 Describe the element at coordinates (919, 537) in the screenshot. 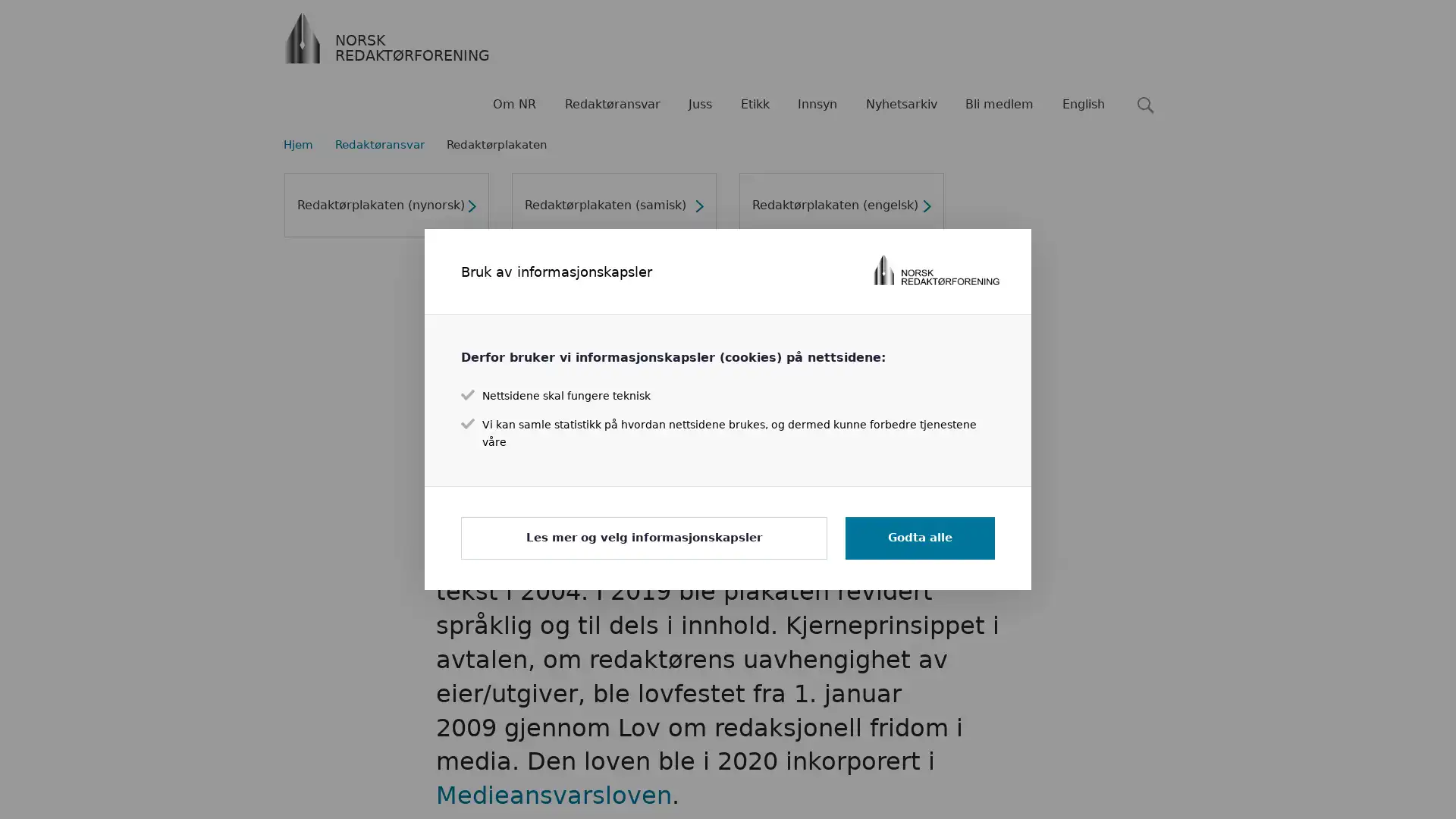

I see `Godta alle` at that location.